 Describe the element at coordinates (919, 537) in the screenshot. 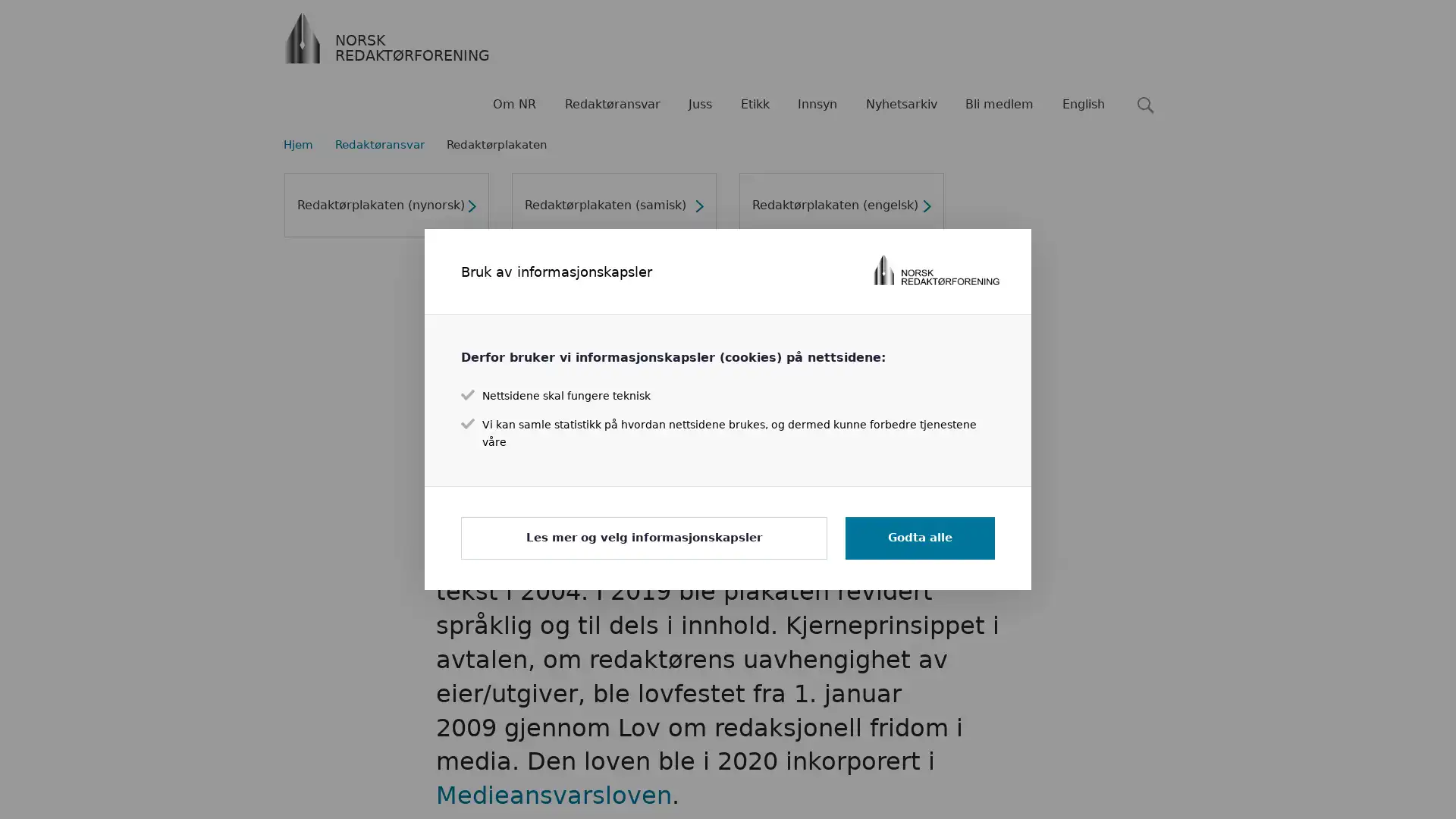

I see `Godta alle` at that location.